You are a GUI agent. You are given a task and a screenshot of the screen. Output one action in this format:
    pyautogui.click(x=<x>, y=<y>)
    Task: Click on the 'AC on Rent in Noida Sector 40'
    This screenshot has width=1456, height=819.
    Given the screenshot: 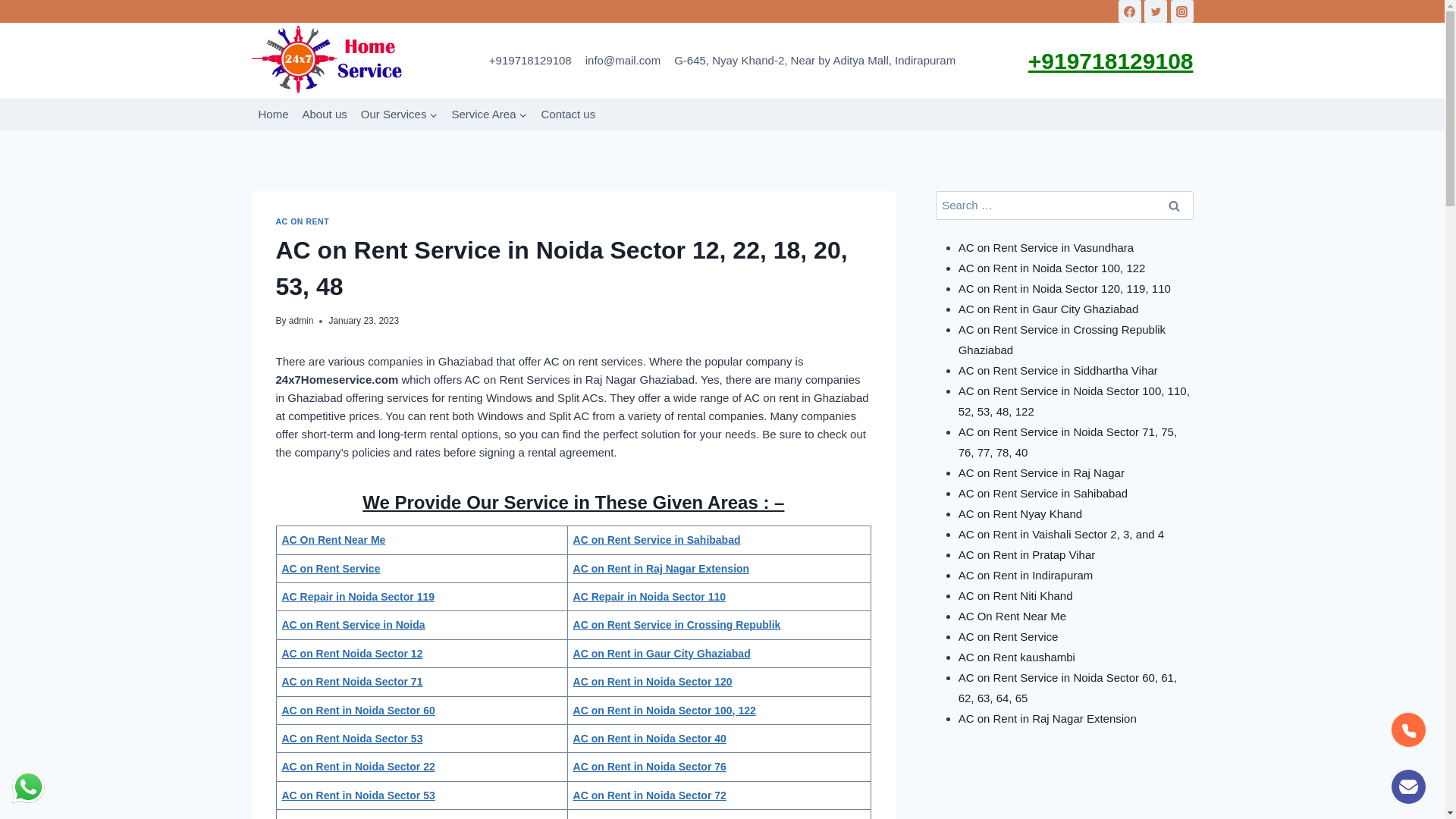 What is the action you would take?
    pyautogui.click(x=650, y=738)
    